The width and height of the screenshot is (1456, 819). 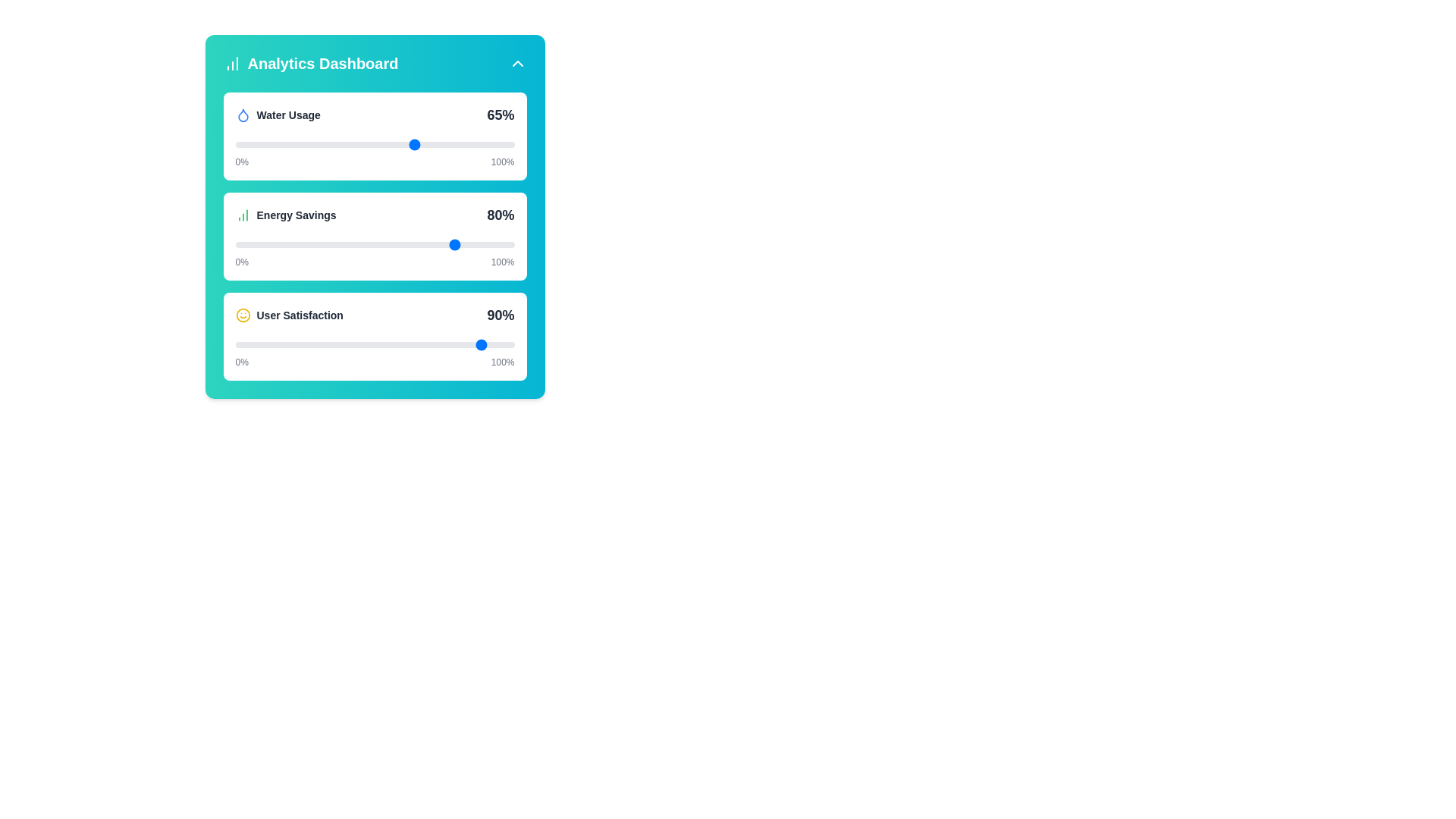 I want to click on the analytics icon located to the left of the 'Analytics Dashboard' header, which serves as a visual indicator for the section, so click(x=231, y=63).